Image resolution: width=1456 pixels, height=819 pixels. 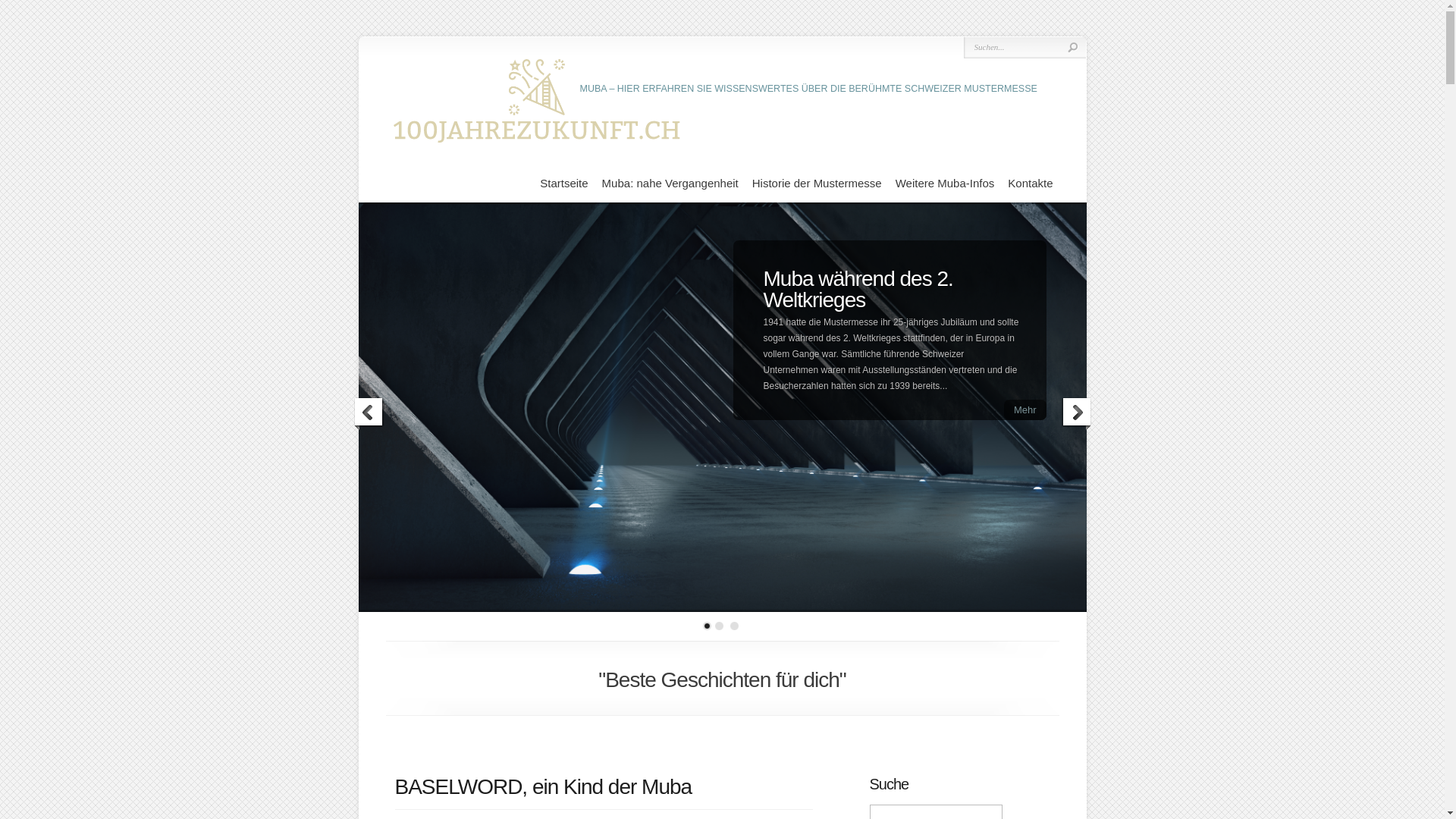 I want to click on '1', so click(x=706, y=626).